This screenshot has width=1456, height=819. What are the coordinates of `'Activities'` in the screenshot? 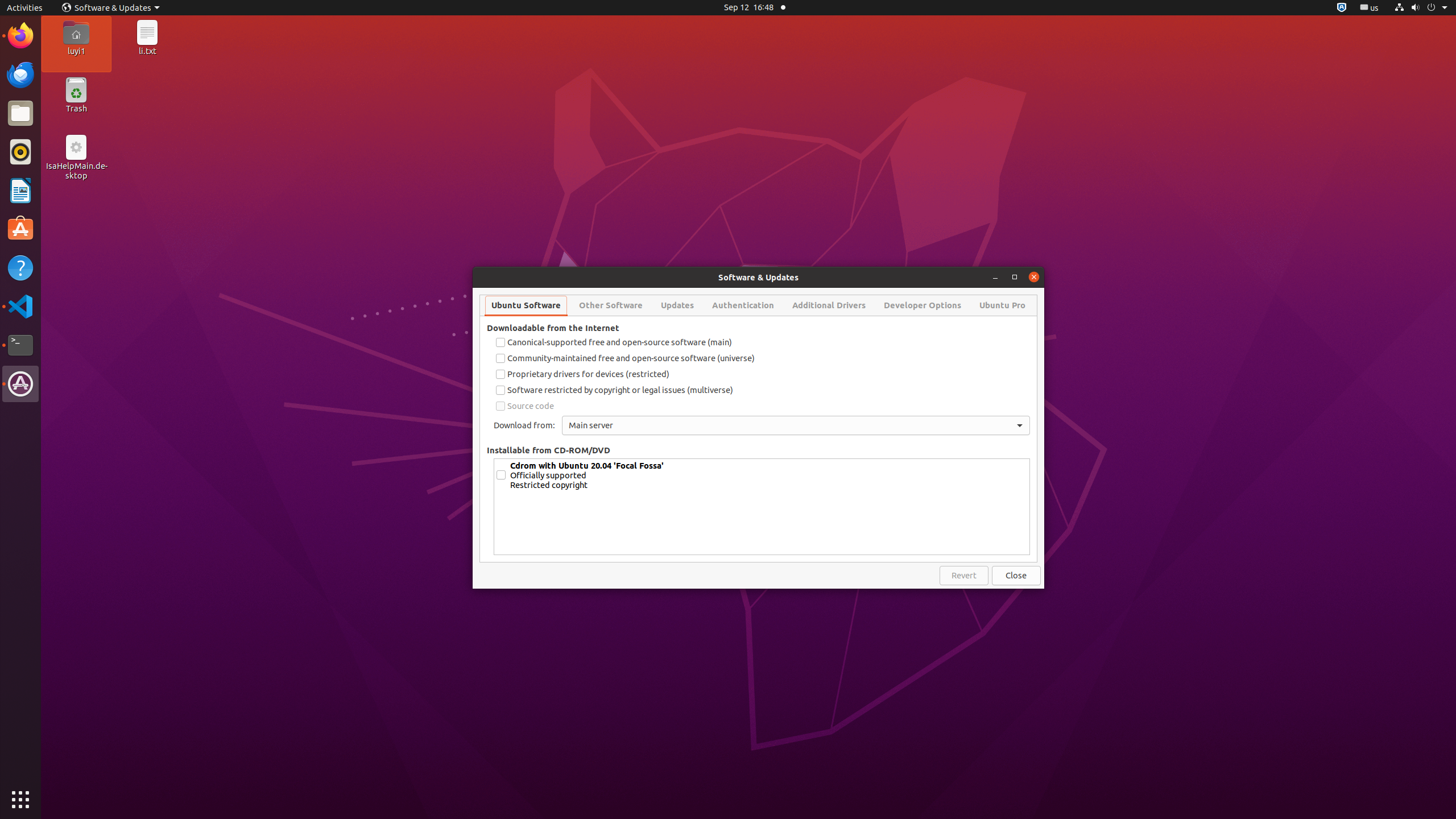 It's located at (24, 7).